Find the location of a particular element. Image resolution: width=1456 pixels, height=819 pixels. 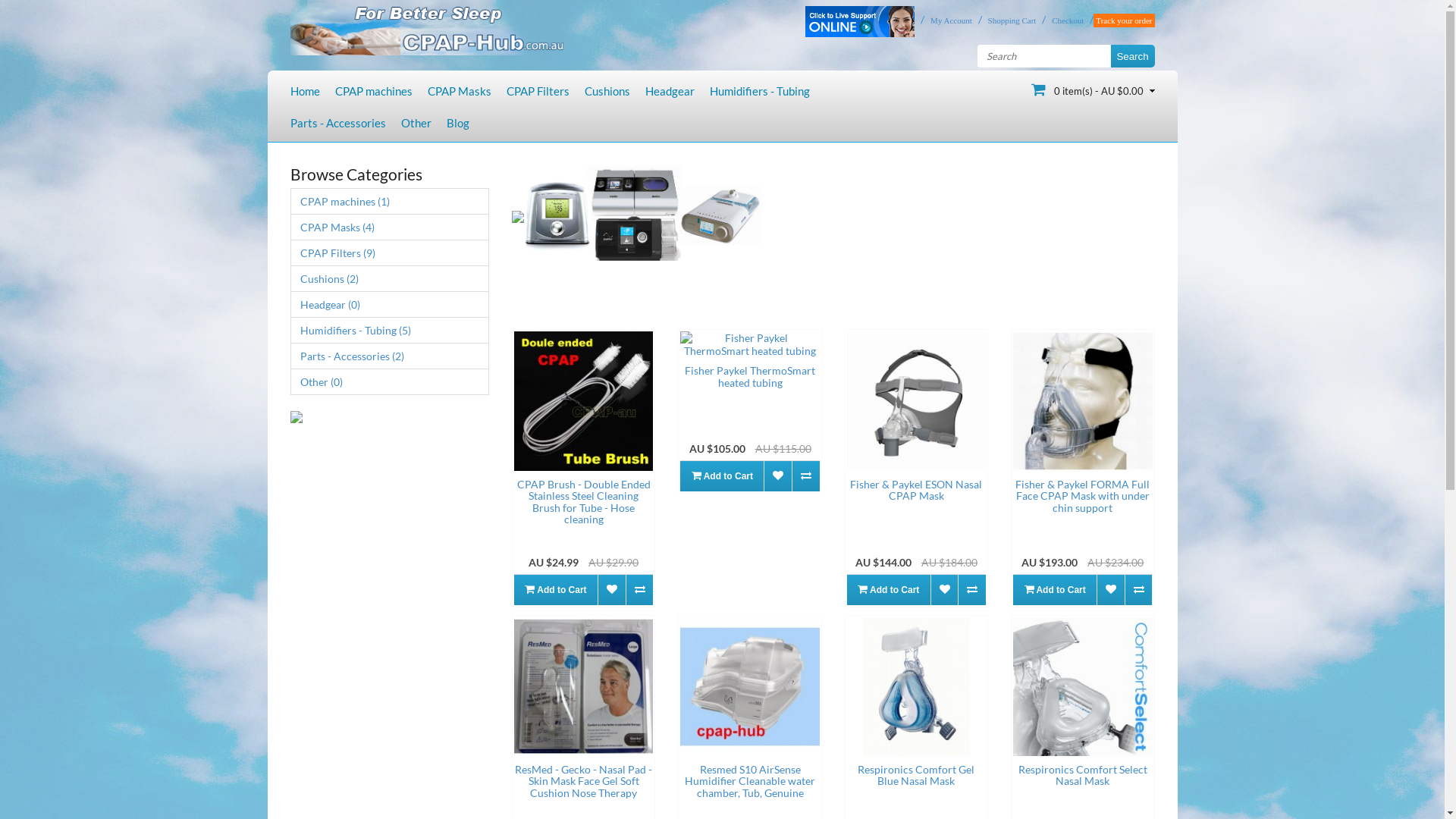

'Headgear (0)' is located at coordinates (389, 304).